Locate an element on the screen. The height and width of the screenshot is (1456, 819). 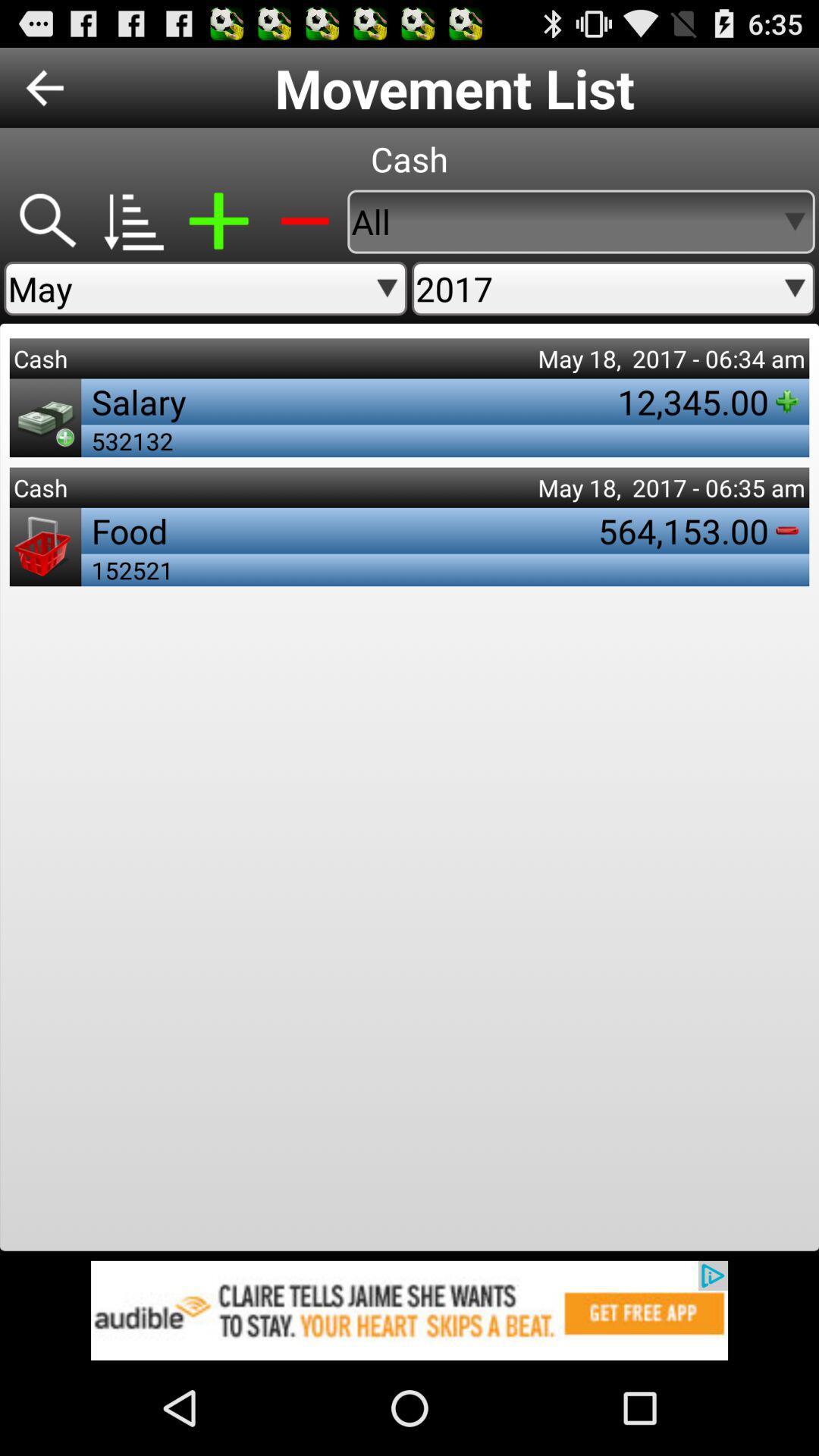
this is an advertisement click on it for more information is located at coordinates (409, 1310).